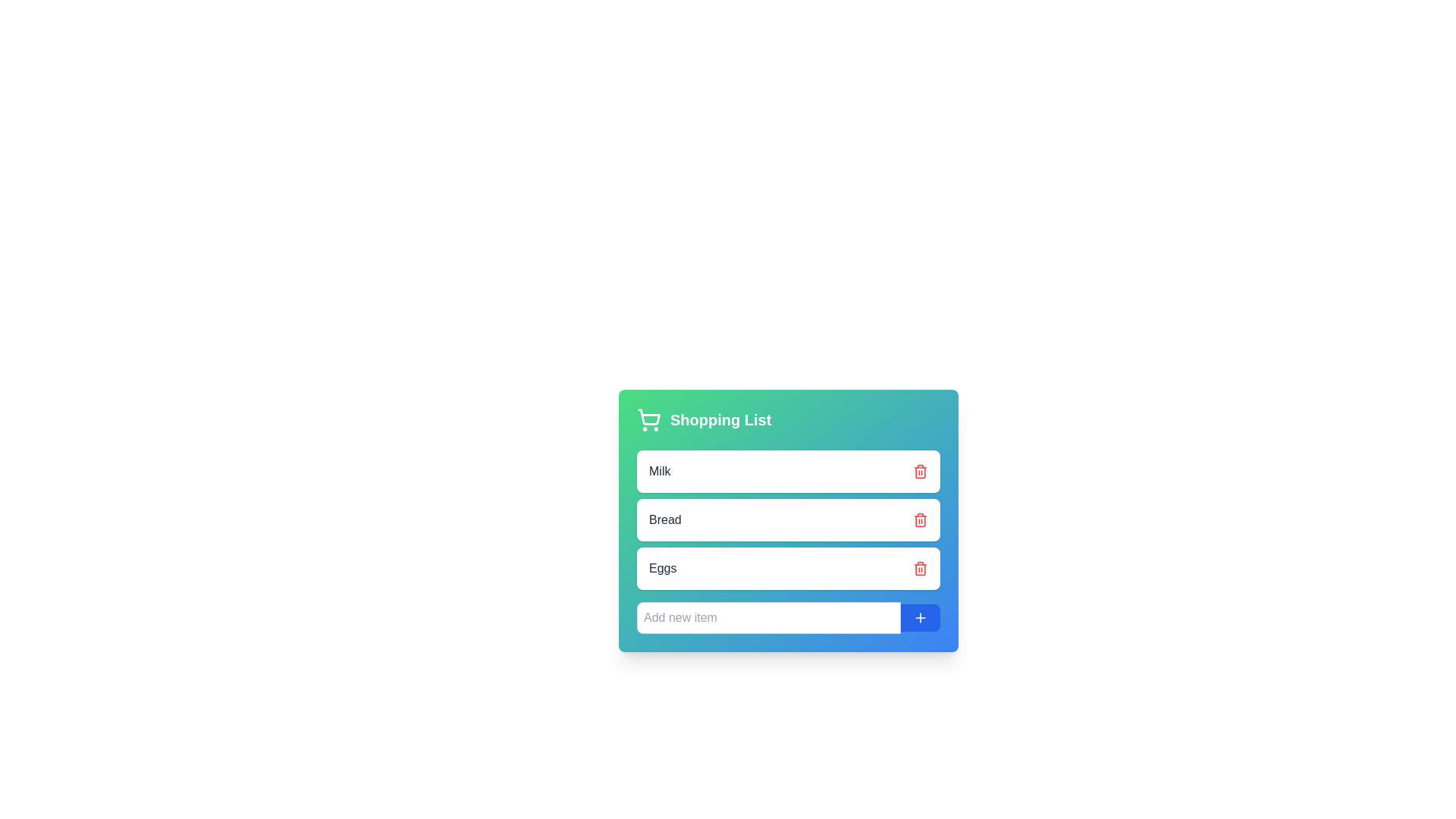  I want to click on text label displaying the word 'Eggs' located in the third card of the shopping list interface, which is a gray sans-serif font inside a white rounded card, so click(663, 568).